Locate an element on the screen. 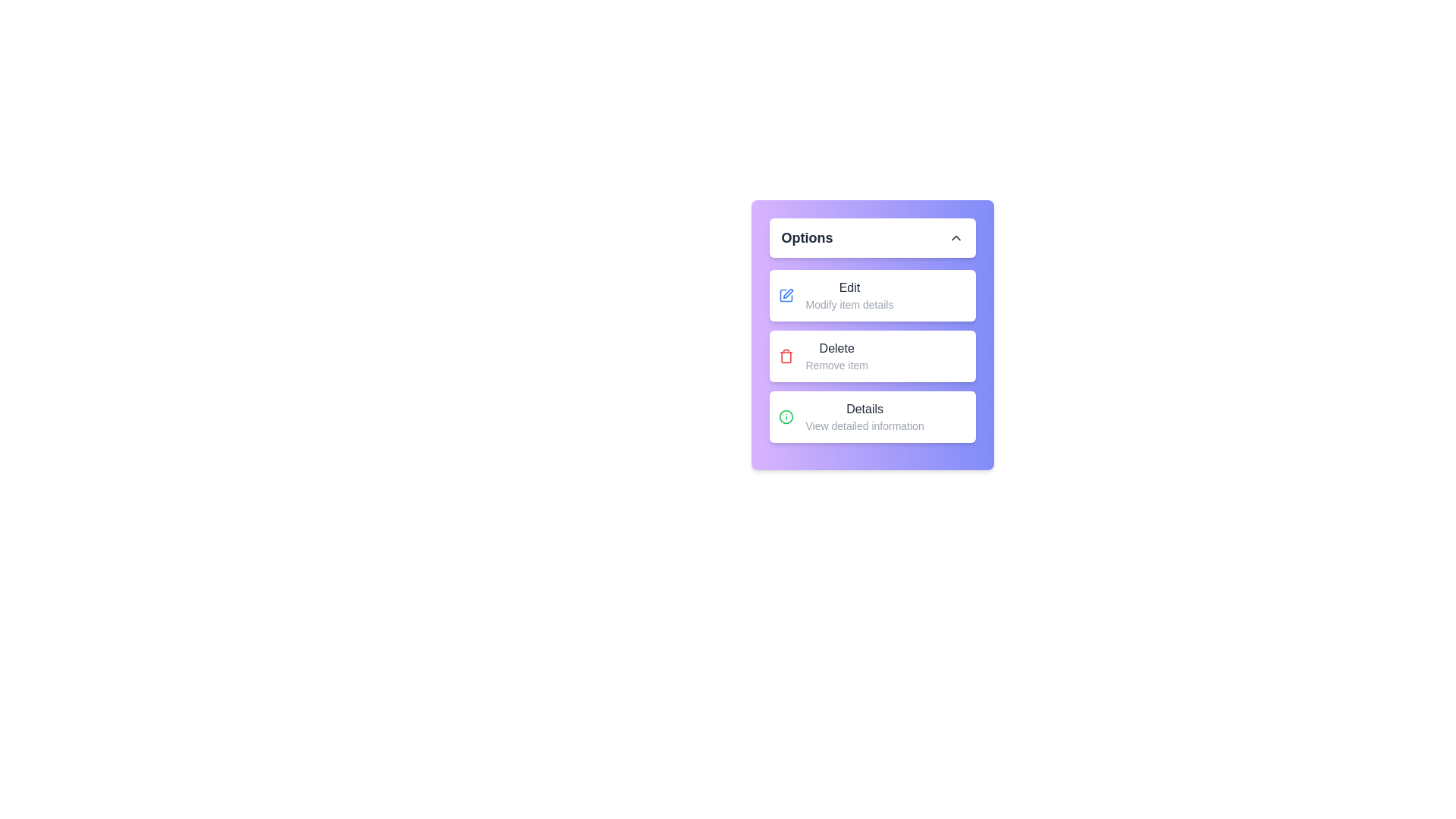 The height and width of the screenshot is (819, 1456). the menu item Delete from the options is located at coordinates (872, 356).